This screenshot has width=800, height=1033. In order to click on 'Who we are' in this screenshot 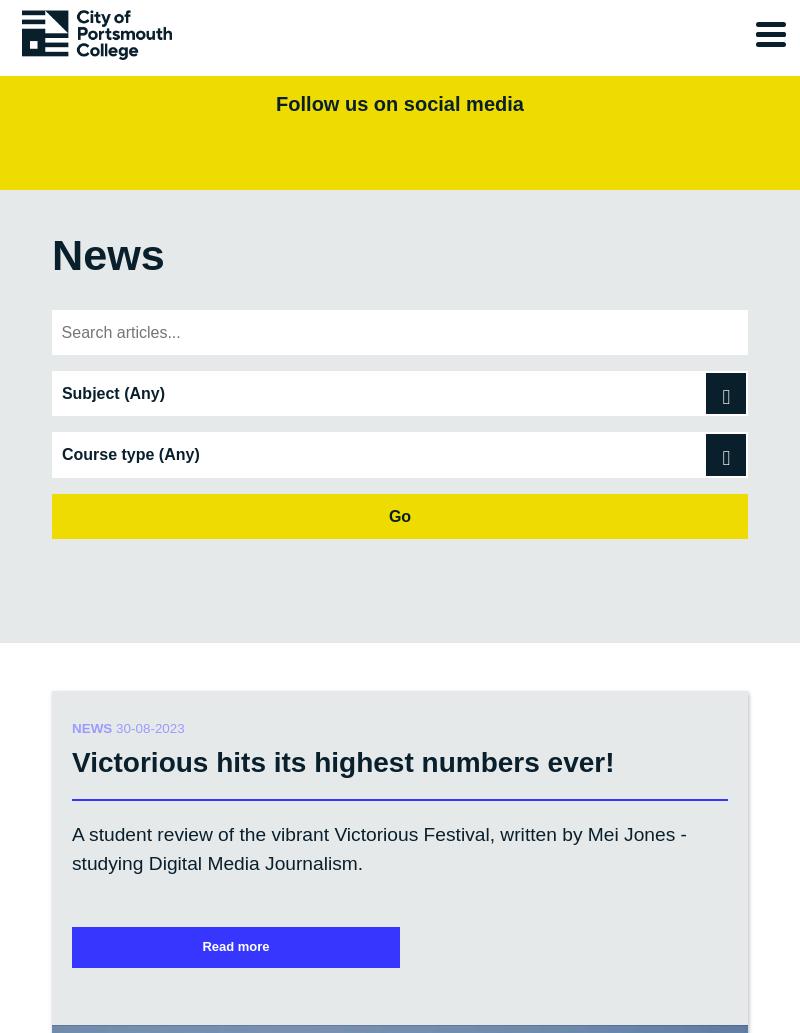, I will do `click(108, 612)`.